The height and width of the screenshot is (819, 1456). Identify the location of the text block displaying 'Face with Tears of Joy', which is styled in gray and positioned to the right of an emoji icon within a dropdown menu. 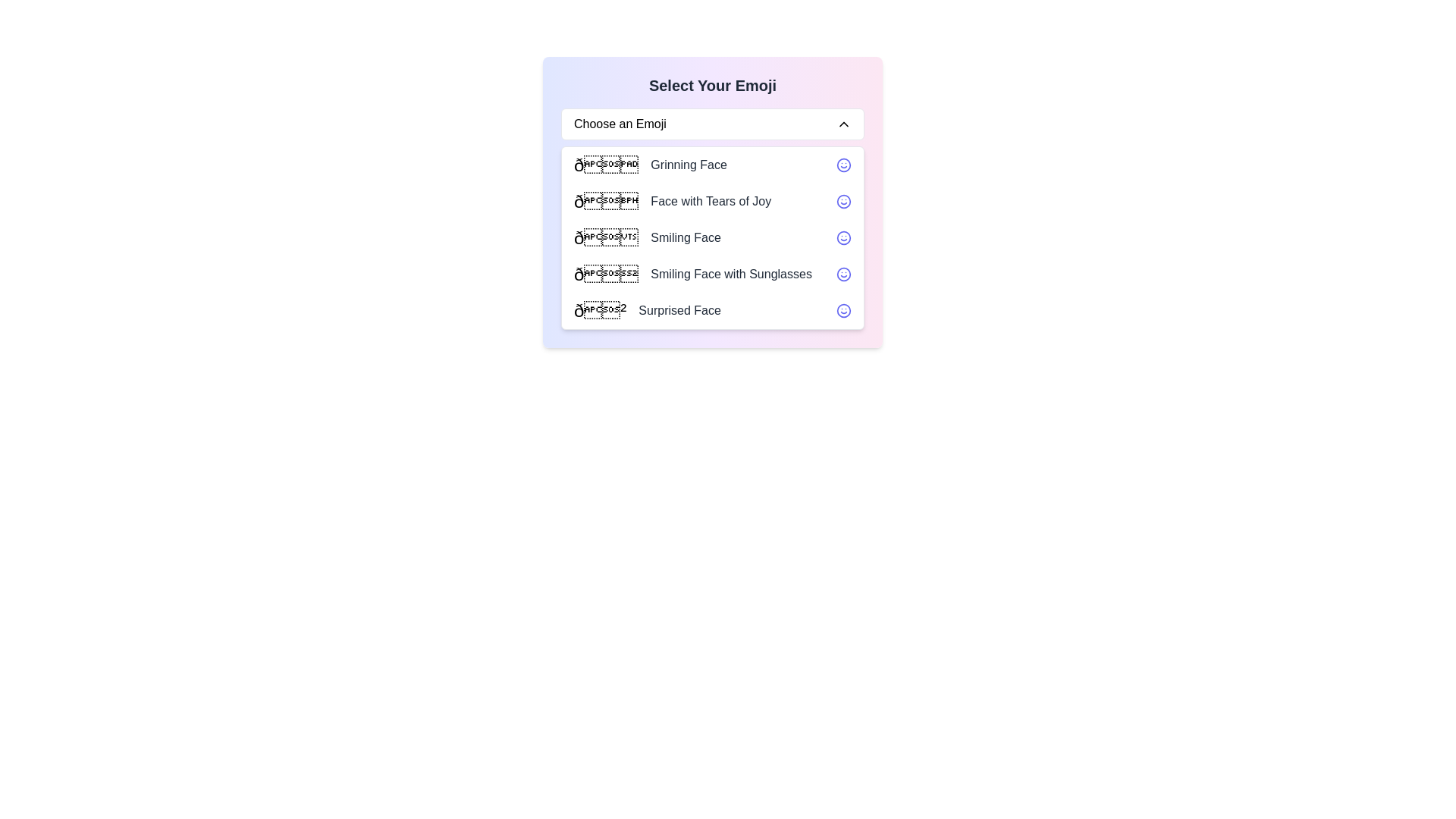
(710, 201).